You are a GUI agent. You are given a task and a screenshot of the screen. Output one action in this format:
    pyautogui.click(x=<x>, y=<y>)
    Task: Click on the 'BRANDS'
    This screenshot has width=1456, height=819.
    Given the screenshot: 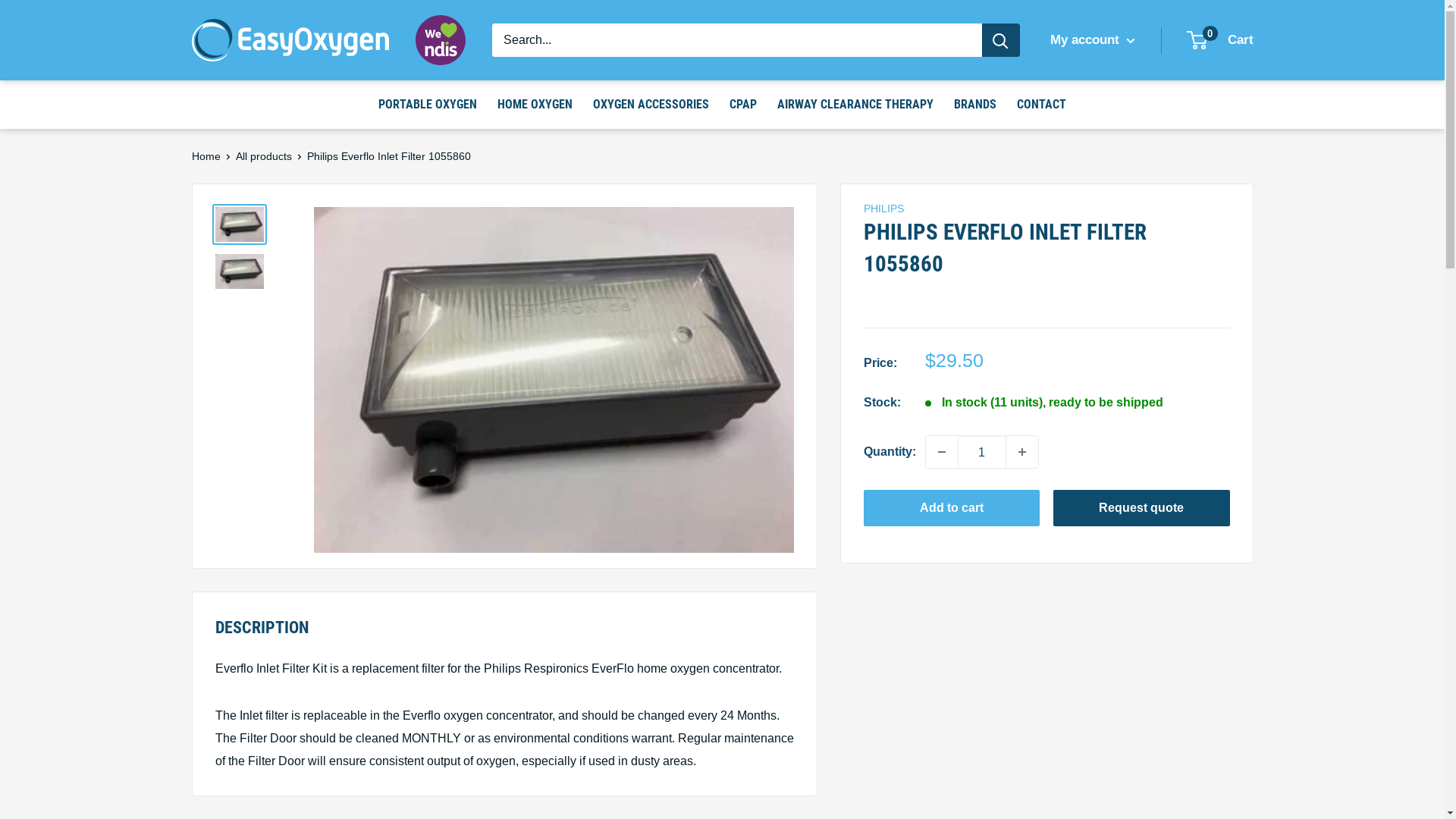 What is the action you would take?
    pyautogui.click(x=975, y=104)
    